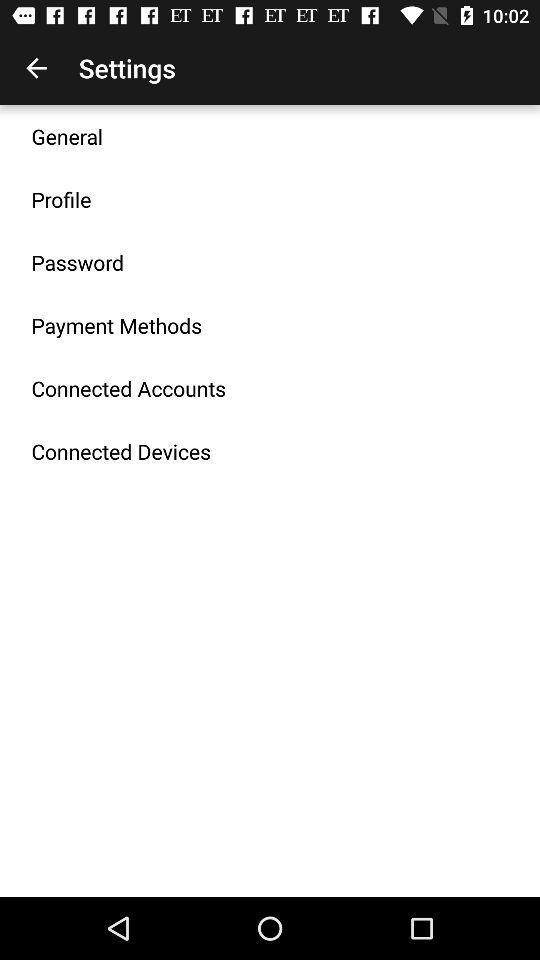 The image size is (540, 960). What do you see at coordinates (121, 451) in the screenshot?
I see `the icon below connected accounts icon` at bounding box center [121, 451].